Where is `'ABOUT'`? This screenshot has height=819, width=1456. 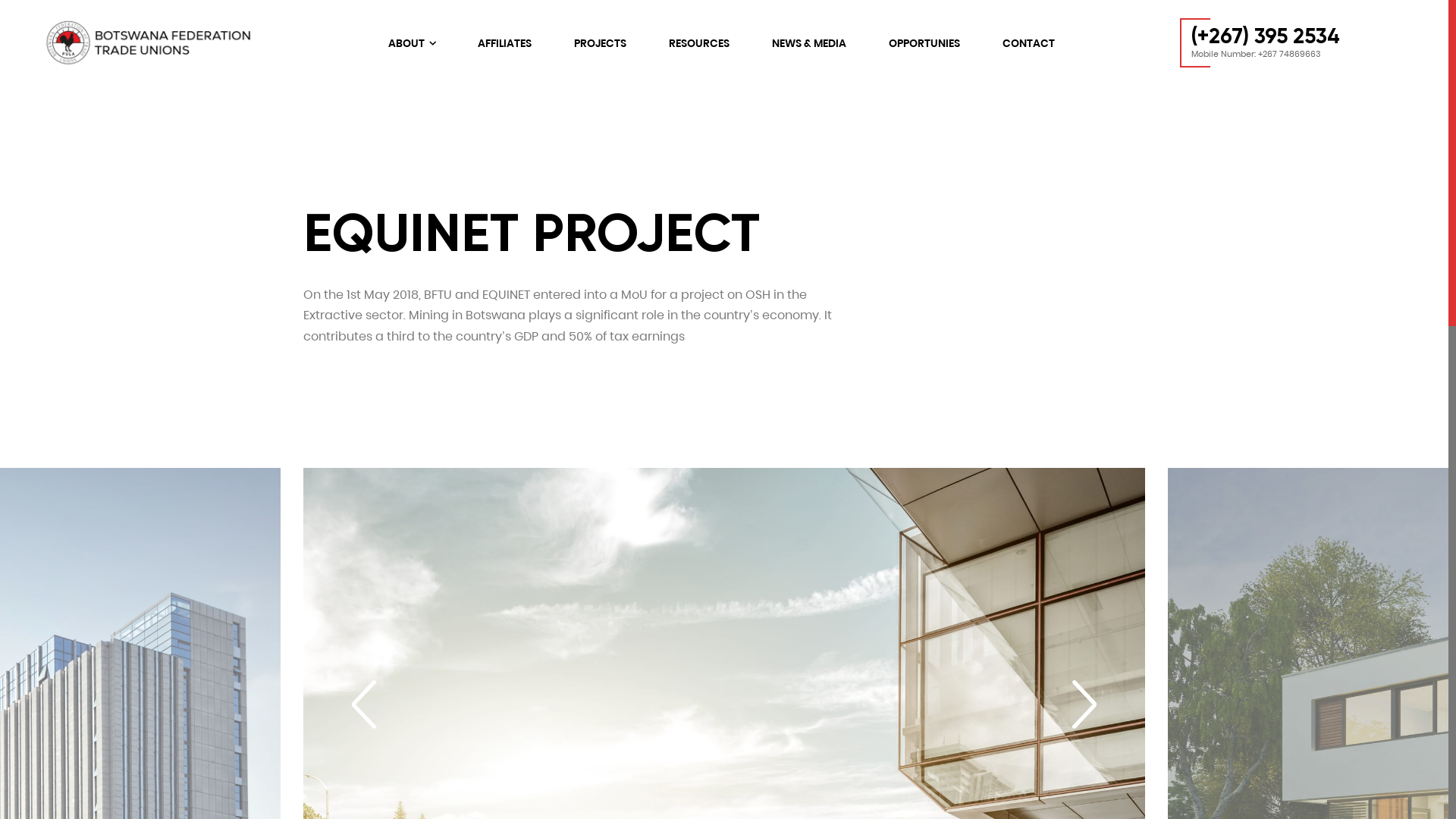 'ABOUT' is located at coordinates (388, 42).